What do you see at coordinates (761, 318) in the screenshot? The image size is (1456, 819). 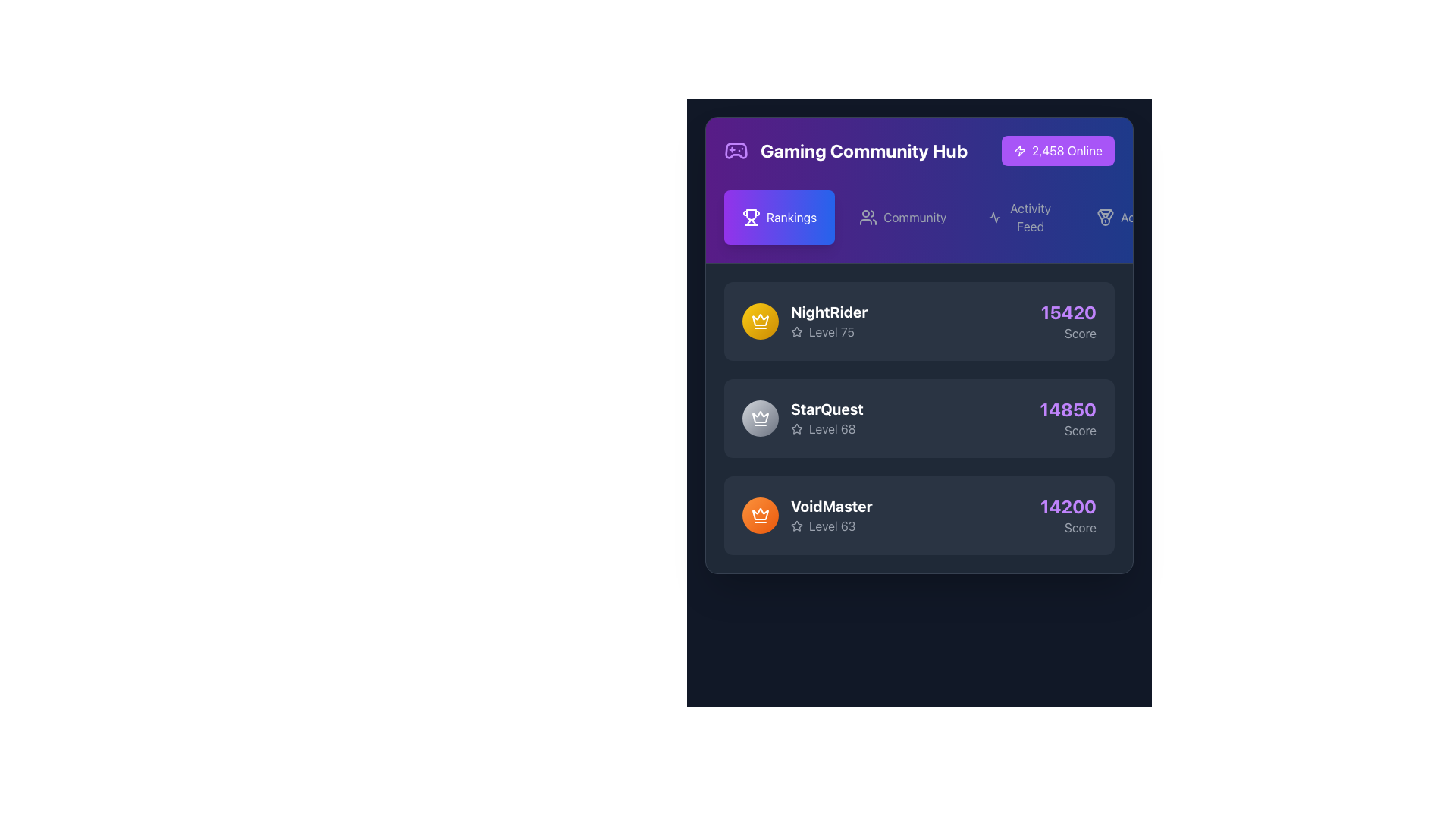 I see `the crown icon indicating the top-ranked user in the leaderboard next to the username 'NightRider'` at bounding box center [761, 318].